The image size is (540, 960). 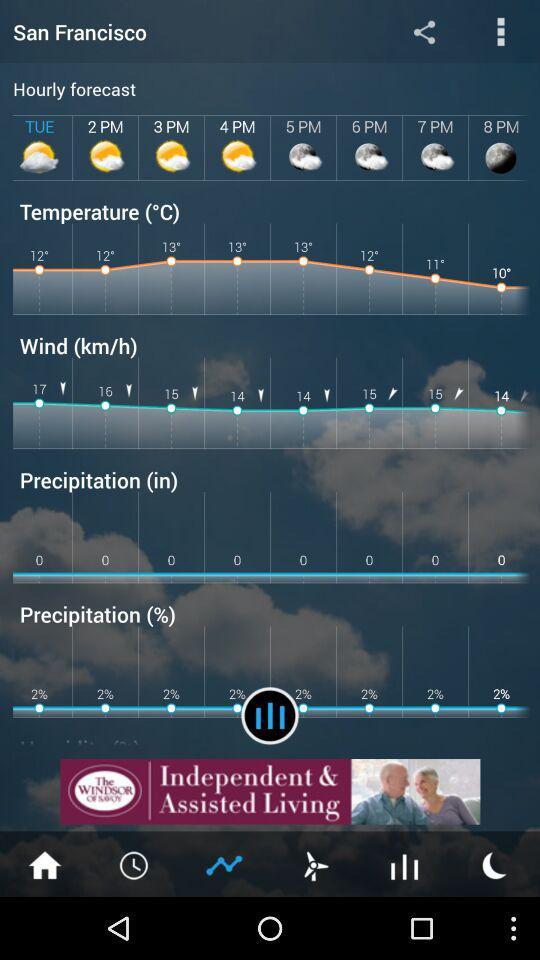 I want to click on the weather option, so click(x=314, y=863).